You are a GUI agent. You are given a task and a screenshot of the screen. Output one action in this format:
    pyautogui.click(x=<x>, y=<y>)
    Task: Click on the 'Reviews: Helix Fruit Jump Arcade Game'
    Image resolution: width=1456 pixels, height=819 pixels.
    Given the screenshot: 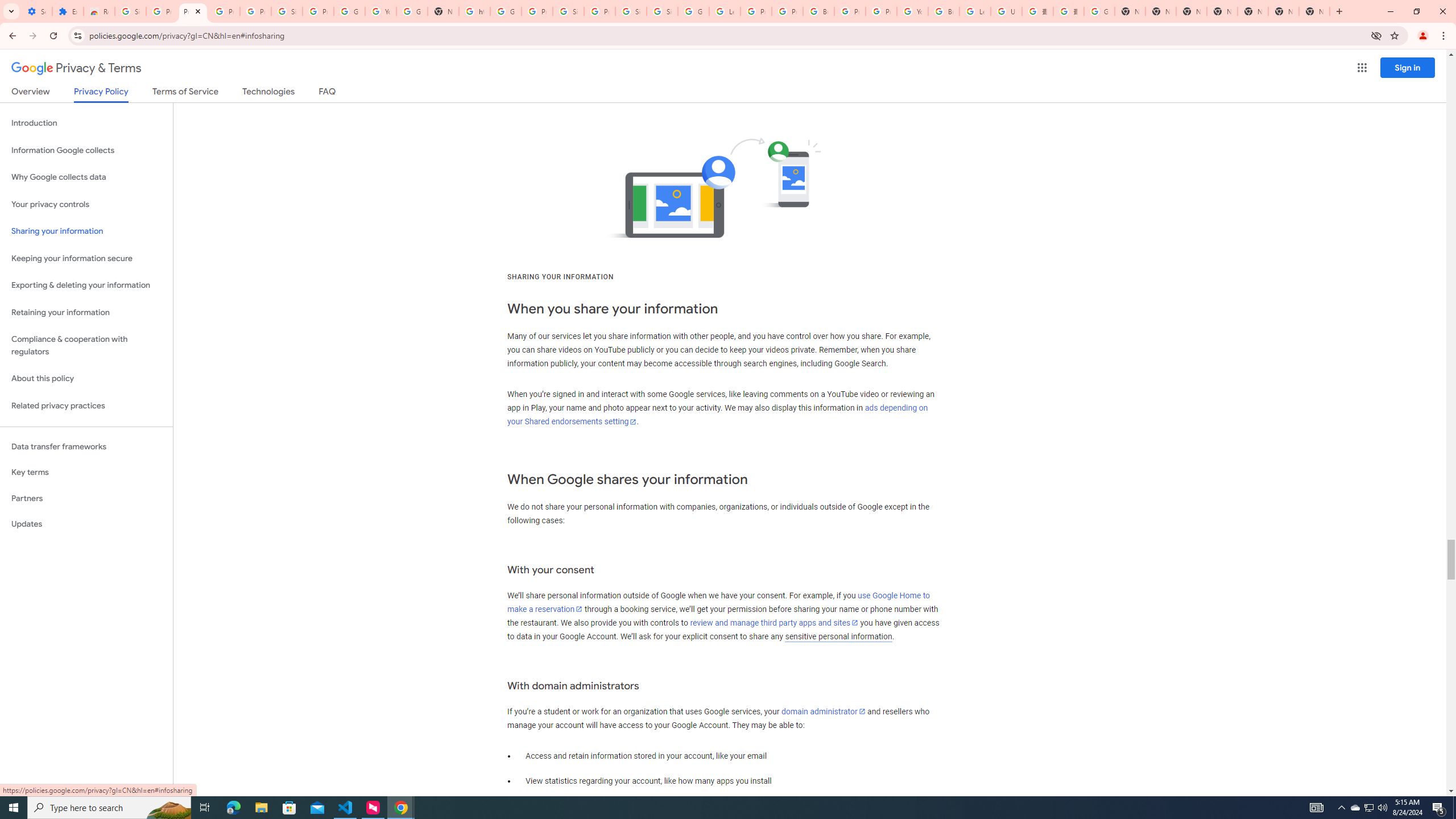 What is the action you would take?
    pyautogui.click(x=99, y=11)
    